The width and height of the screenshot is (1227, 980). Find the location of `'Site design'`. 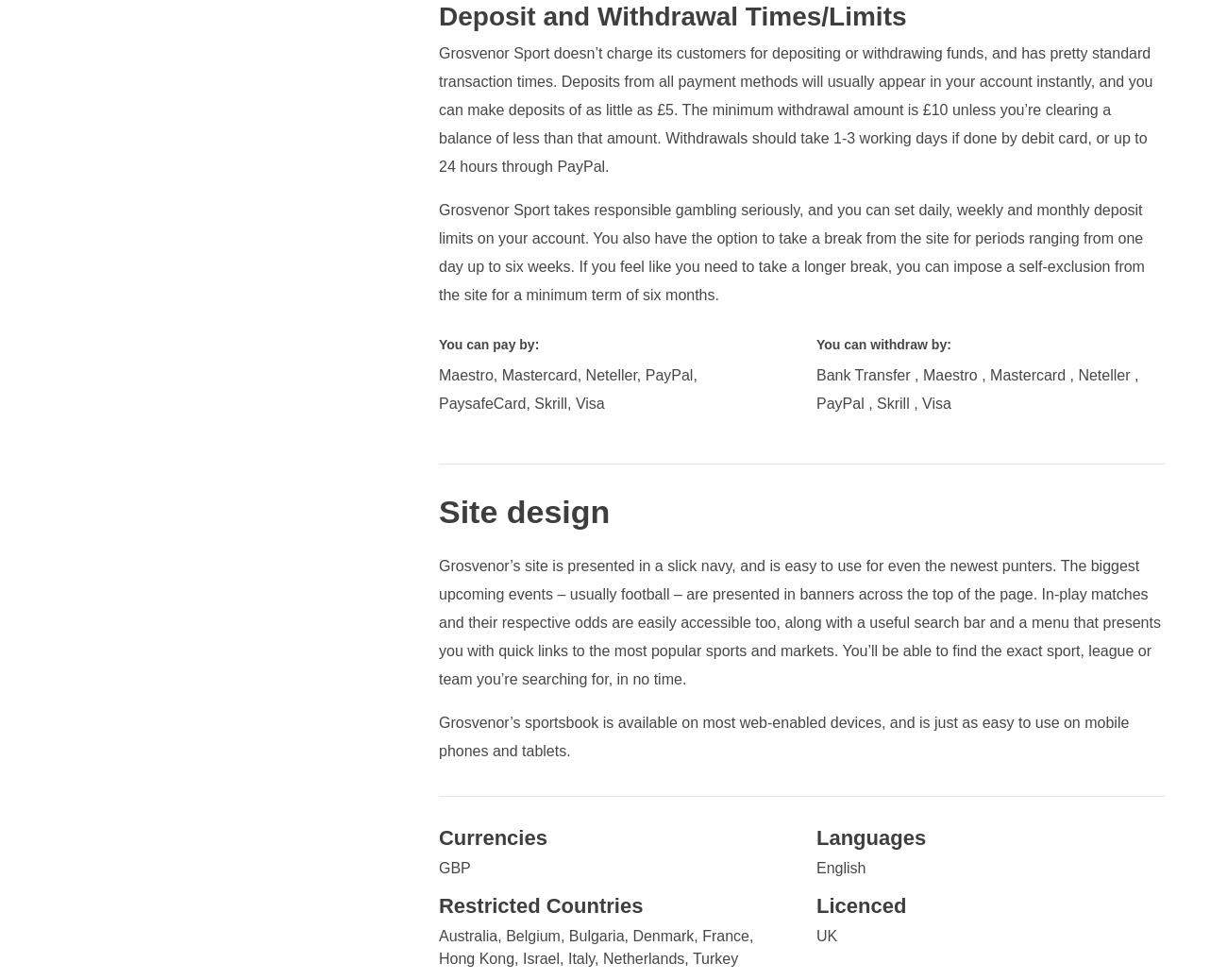

'Site design' is located at coordinates (522, 510).